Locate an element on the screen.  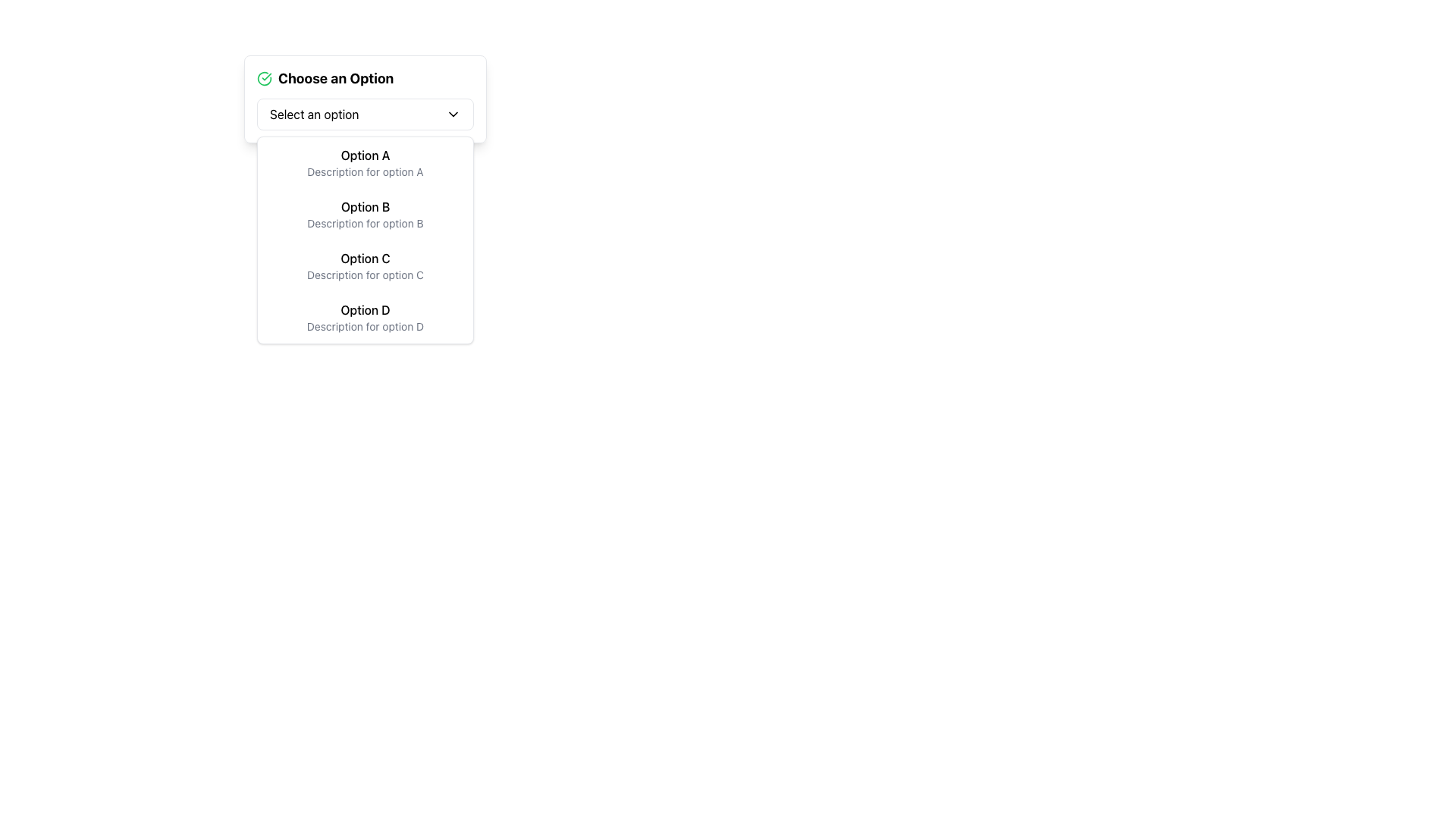
the static text element reading 'Description for option C', which is located beneath the bolded text 'Option C' within the dropdown menu is located at coordinates (365, 275).